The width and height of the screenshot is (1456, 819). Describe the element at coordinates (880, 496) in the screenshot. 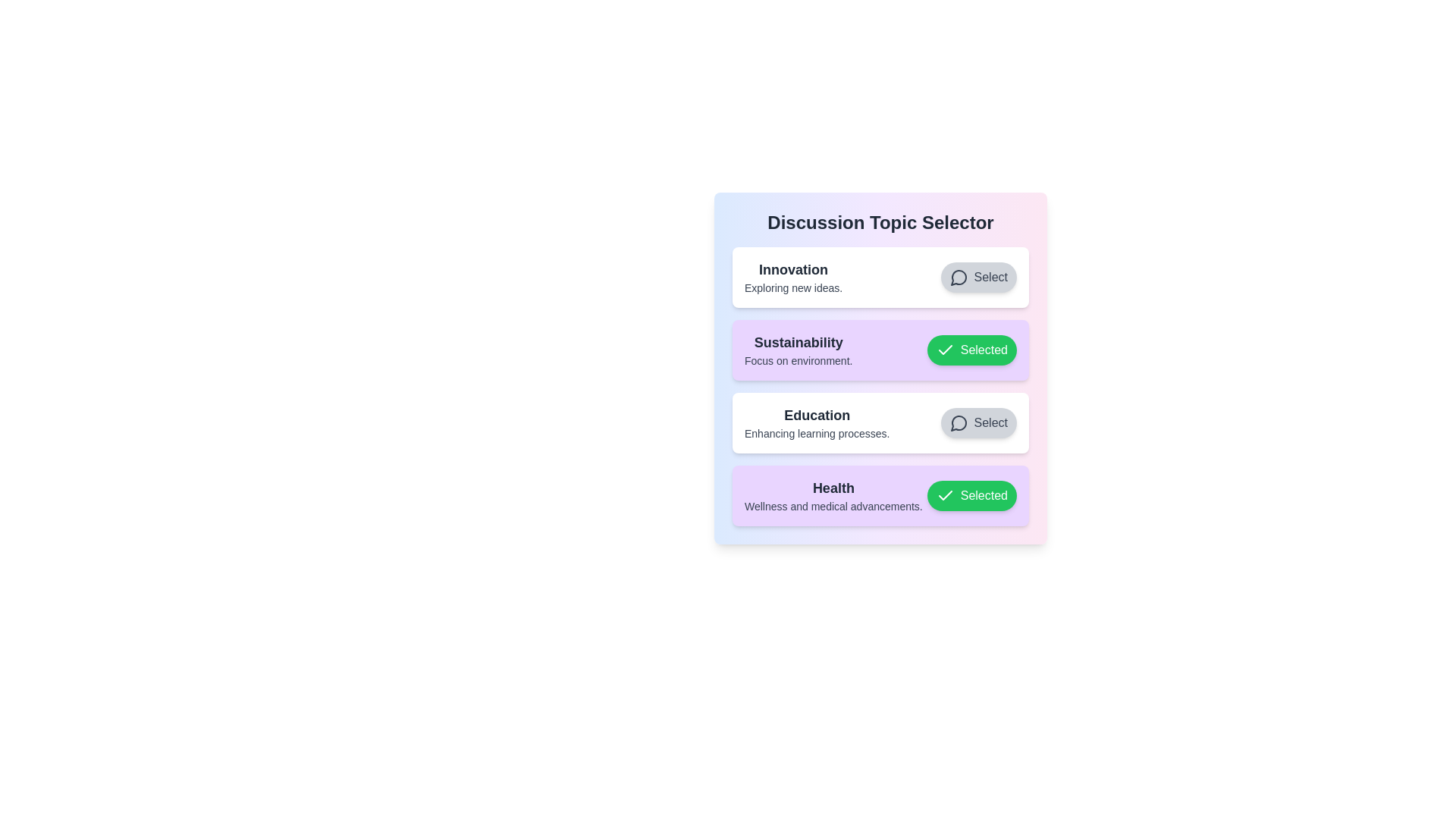

I see `the topic Health to trigger the scaling effect` at that location.